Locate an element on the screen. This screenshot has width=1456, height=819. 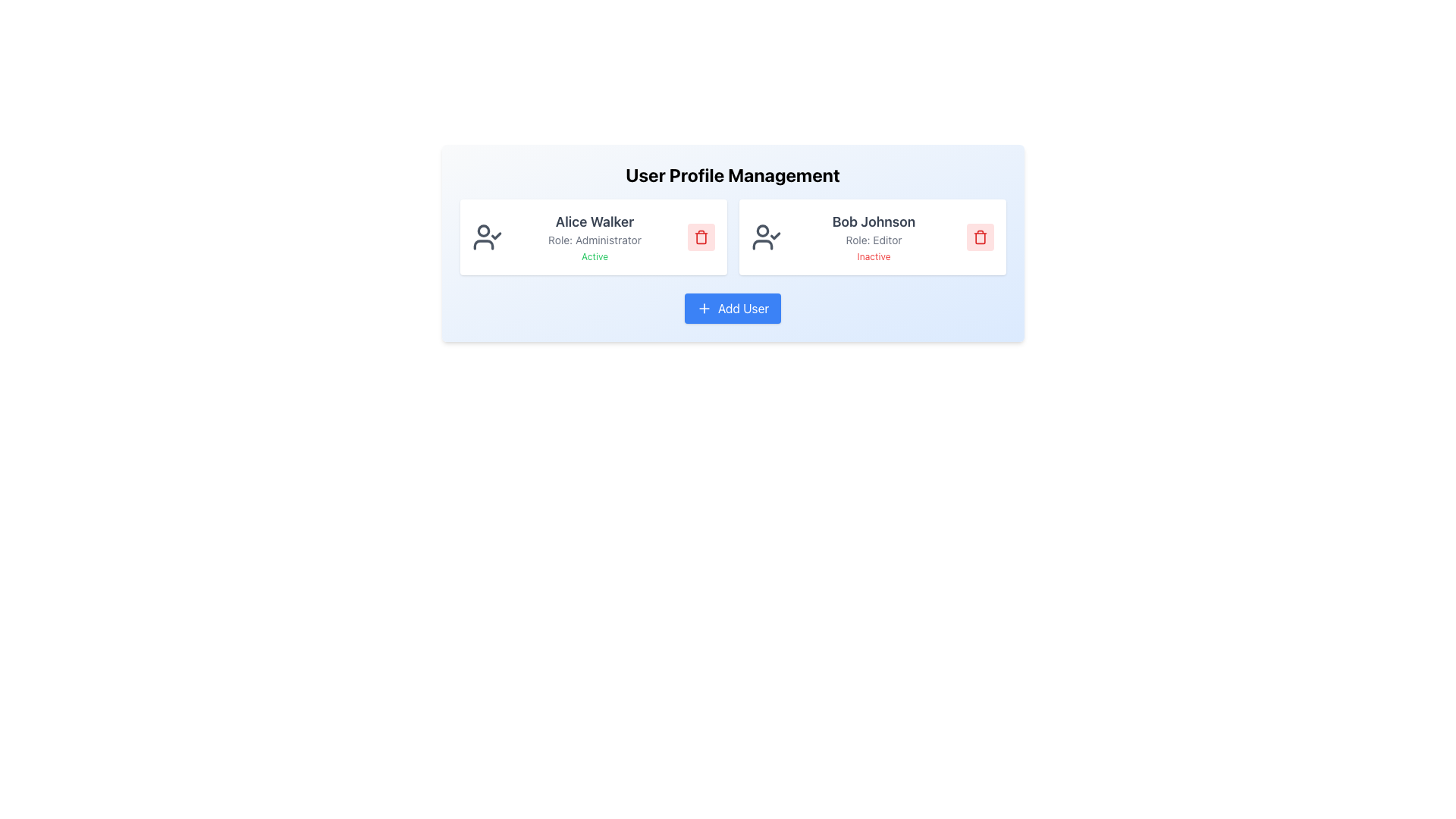
the text label displaying 'Inactive' in red font, located below 'Role: Editor' in the user profile section for 'Bob Johnson.' is located at coordinates (874, 256).